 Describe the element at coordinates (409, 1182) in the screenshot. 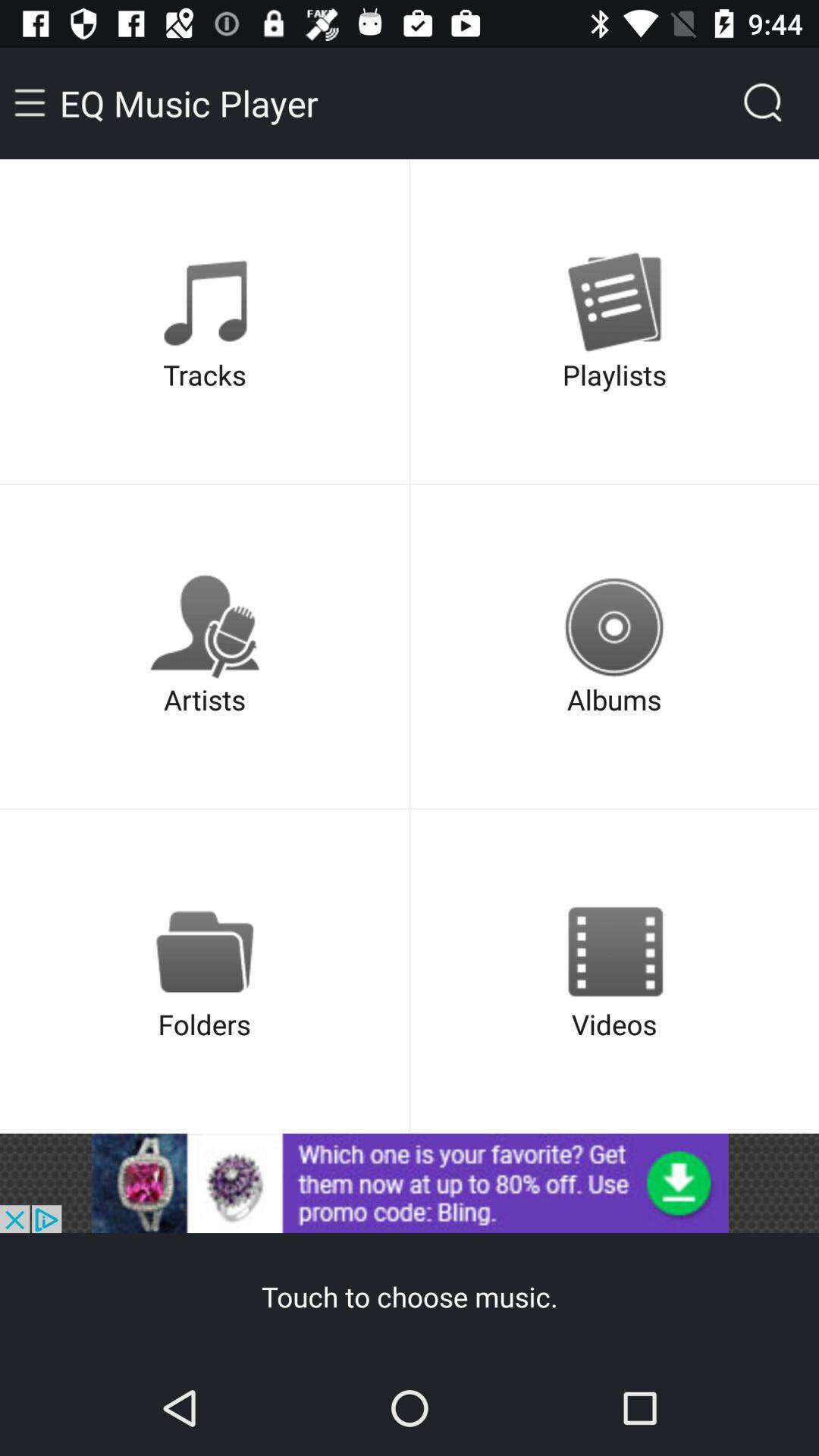

I see `open advertisement` at that location.